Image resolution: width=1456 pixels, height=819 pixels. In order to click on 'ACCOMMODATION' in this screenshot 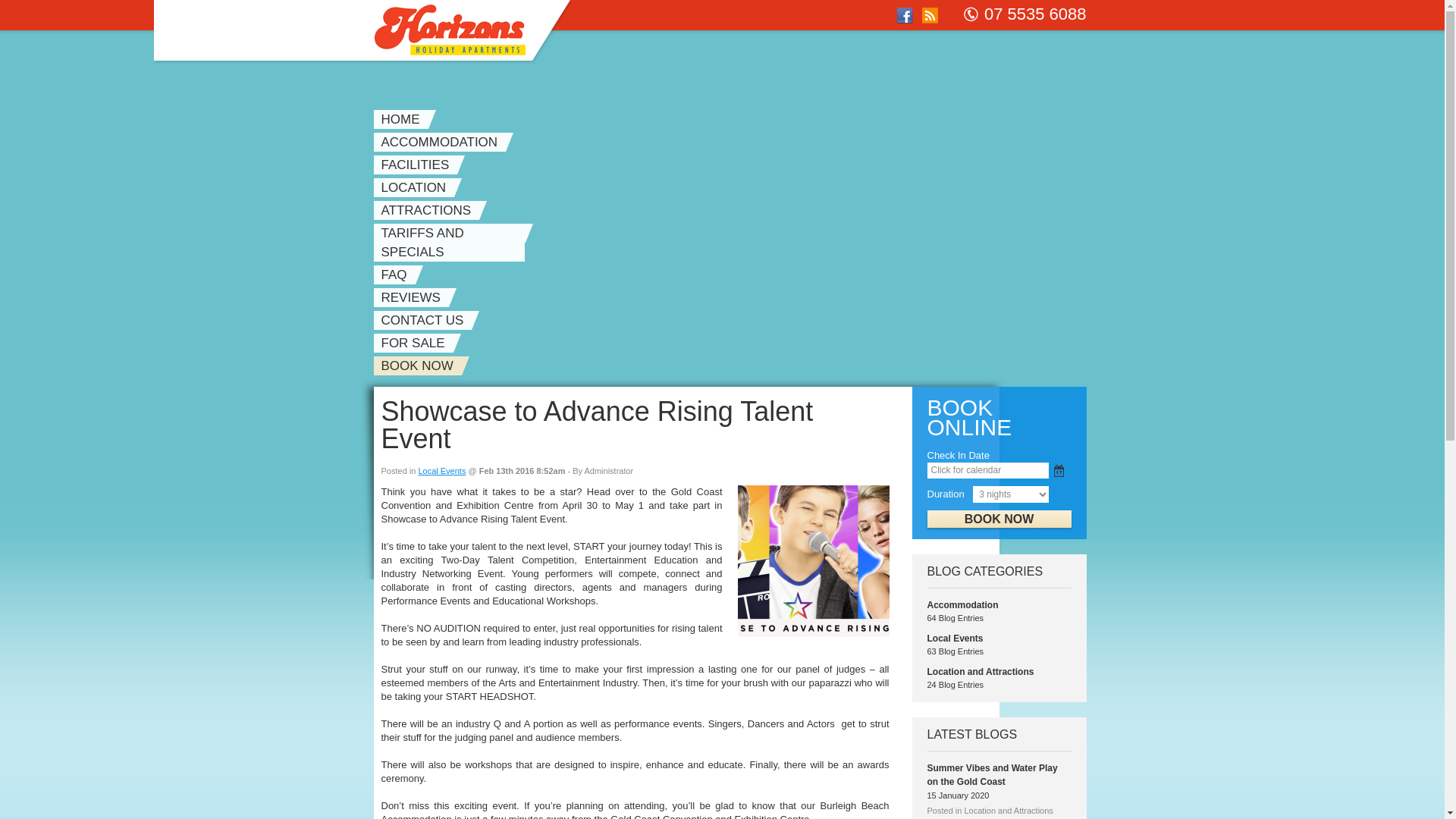, I will do `click(442, 142)`.